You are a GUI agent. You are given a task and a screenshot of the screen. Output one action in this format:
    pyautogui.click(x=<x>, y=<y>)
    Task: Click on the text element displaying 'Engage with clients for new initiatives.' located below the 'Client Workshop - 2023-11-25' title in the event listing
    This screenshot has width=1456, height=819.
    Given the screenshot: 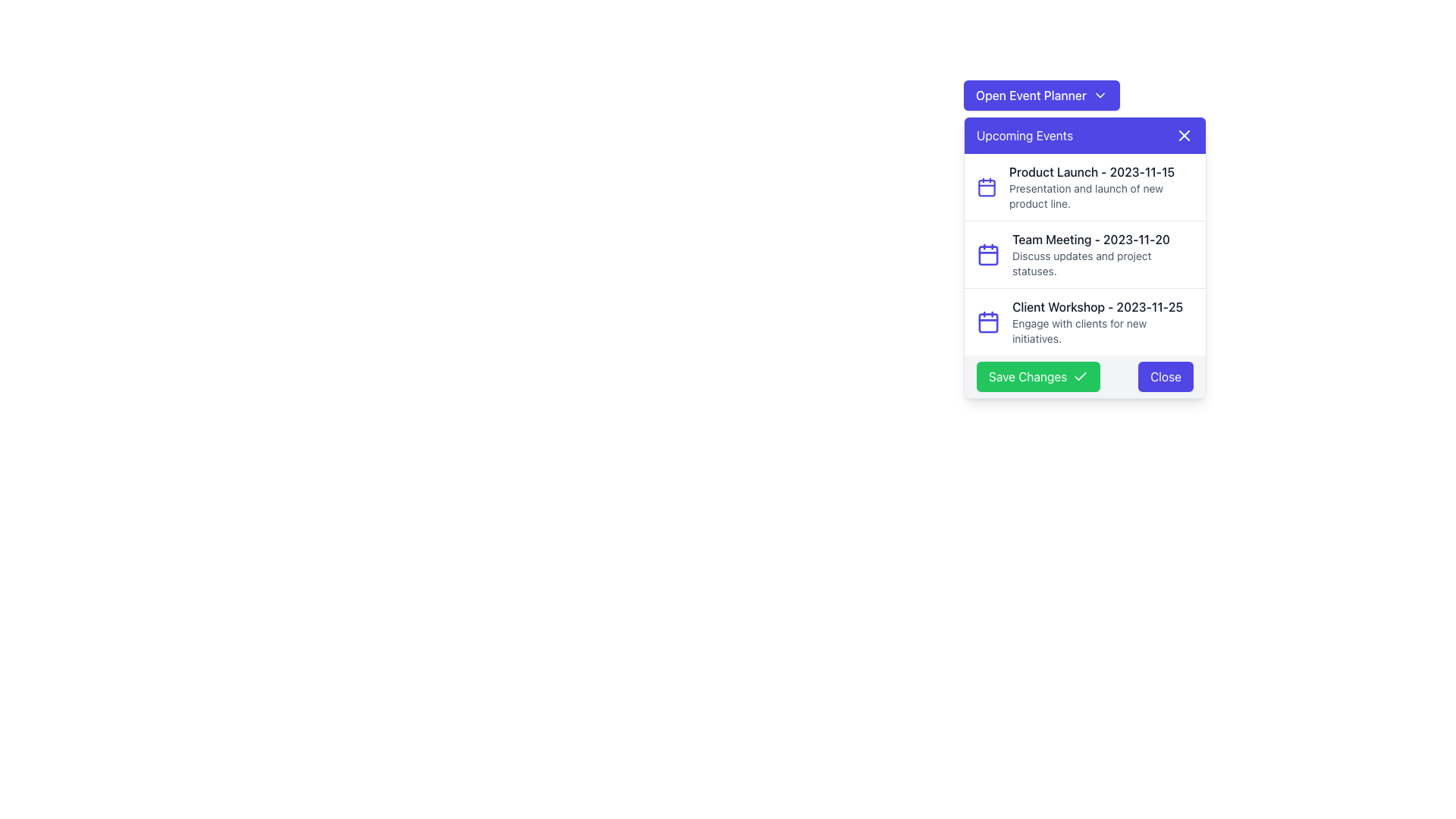 What is the action you would take?
    pyautogui.click(x=1103, y=330)
    